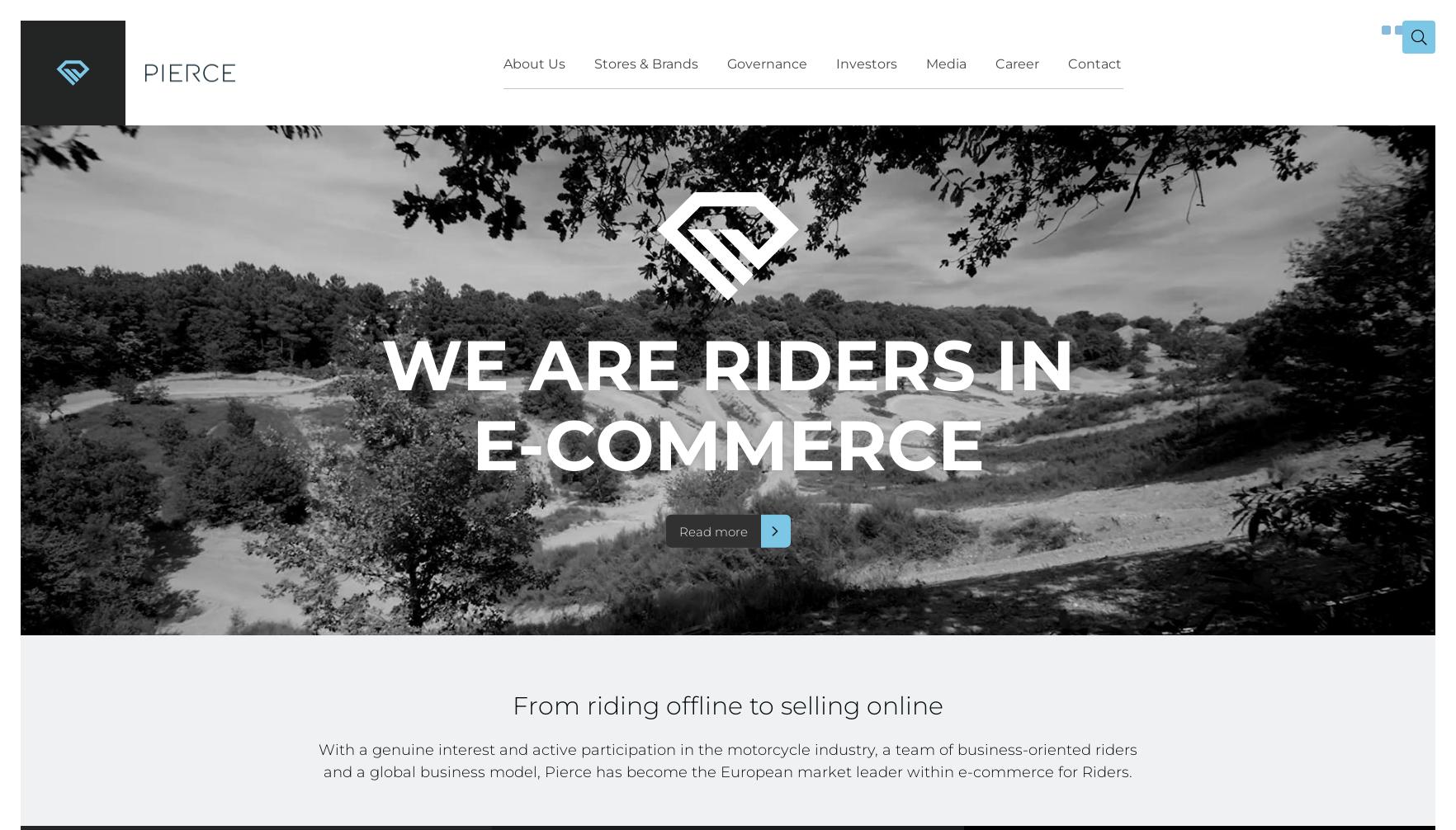 The width and height of the screenshot is (1456, 830). I want to click on 'Ride & Sons', so click(723, 351).